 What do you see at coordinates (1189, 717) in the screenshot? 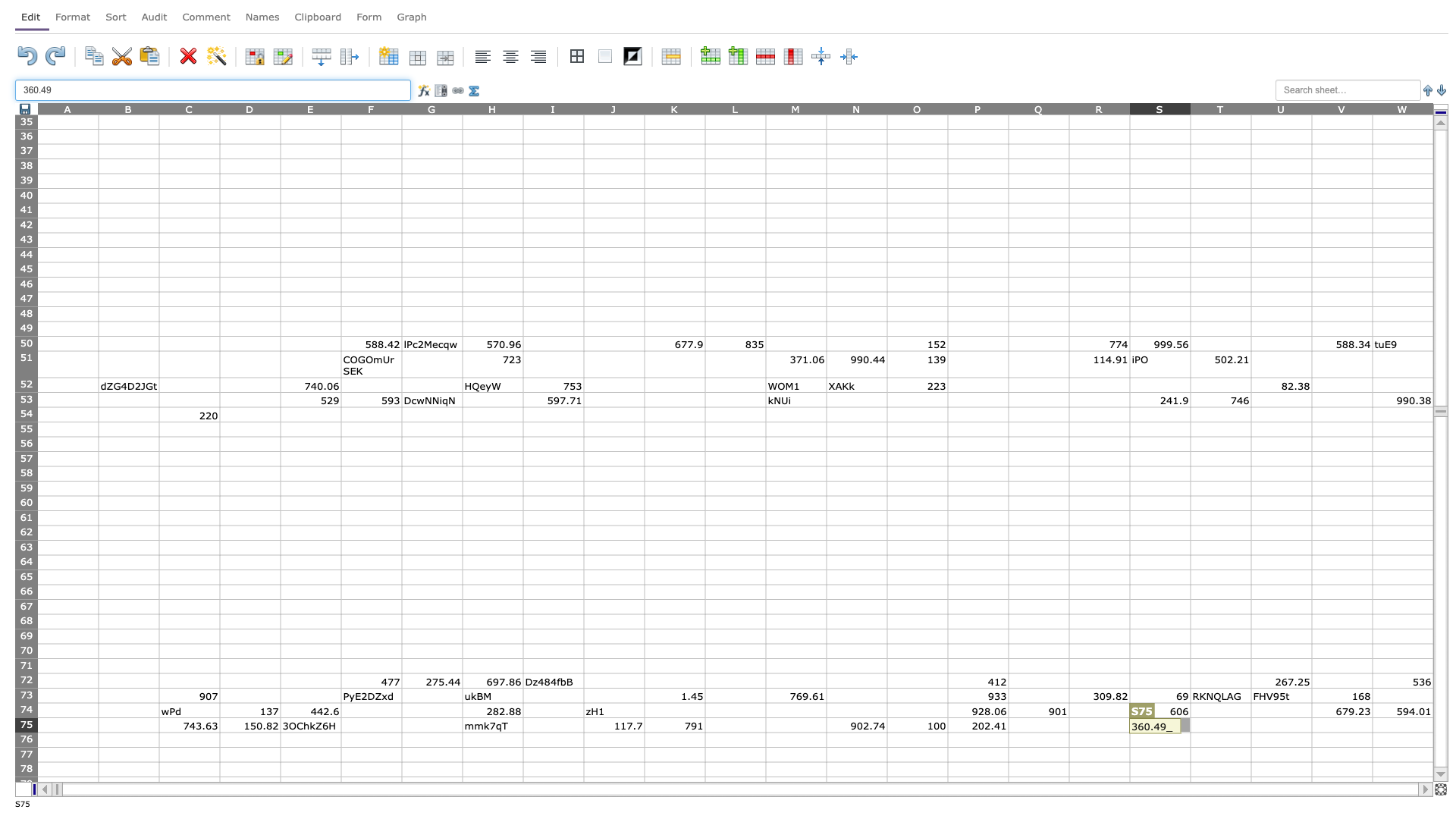
I see `top left corner of T75` at bounding box center [1189, 717].